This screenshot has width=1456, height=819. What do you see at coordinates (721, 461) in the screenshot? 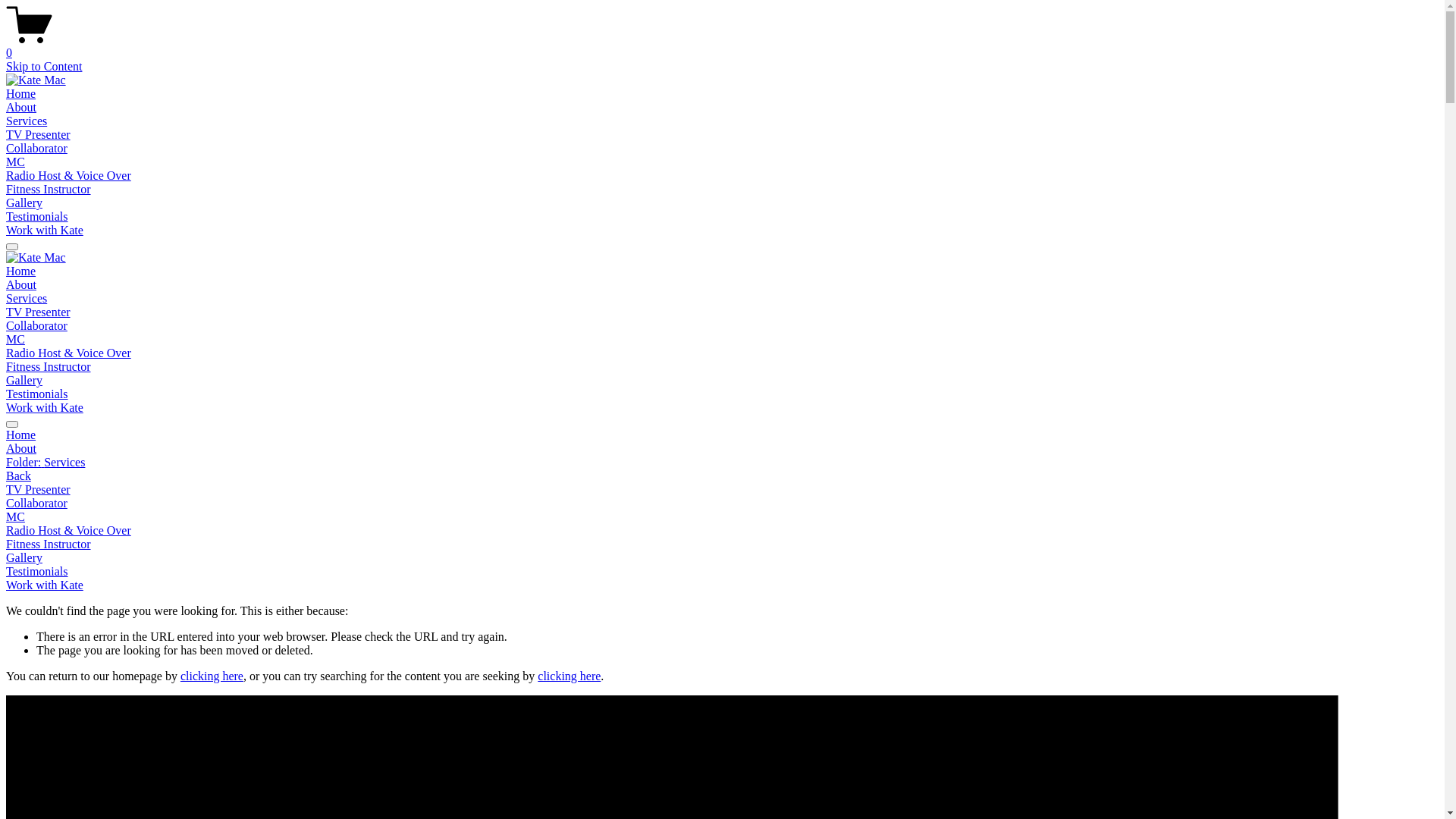
I see `'Folder: Services'` at bounding box center [721, 461].